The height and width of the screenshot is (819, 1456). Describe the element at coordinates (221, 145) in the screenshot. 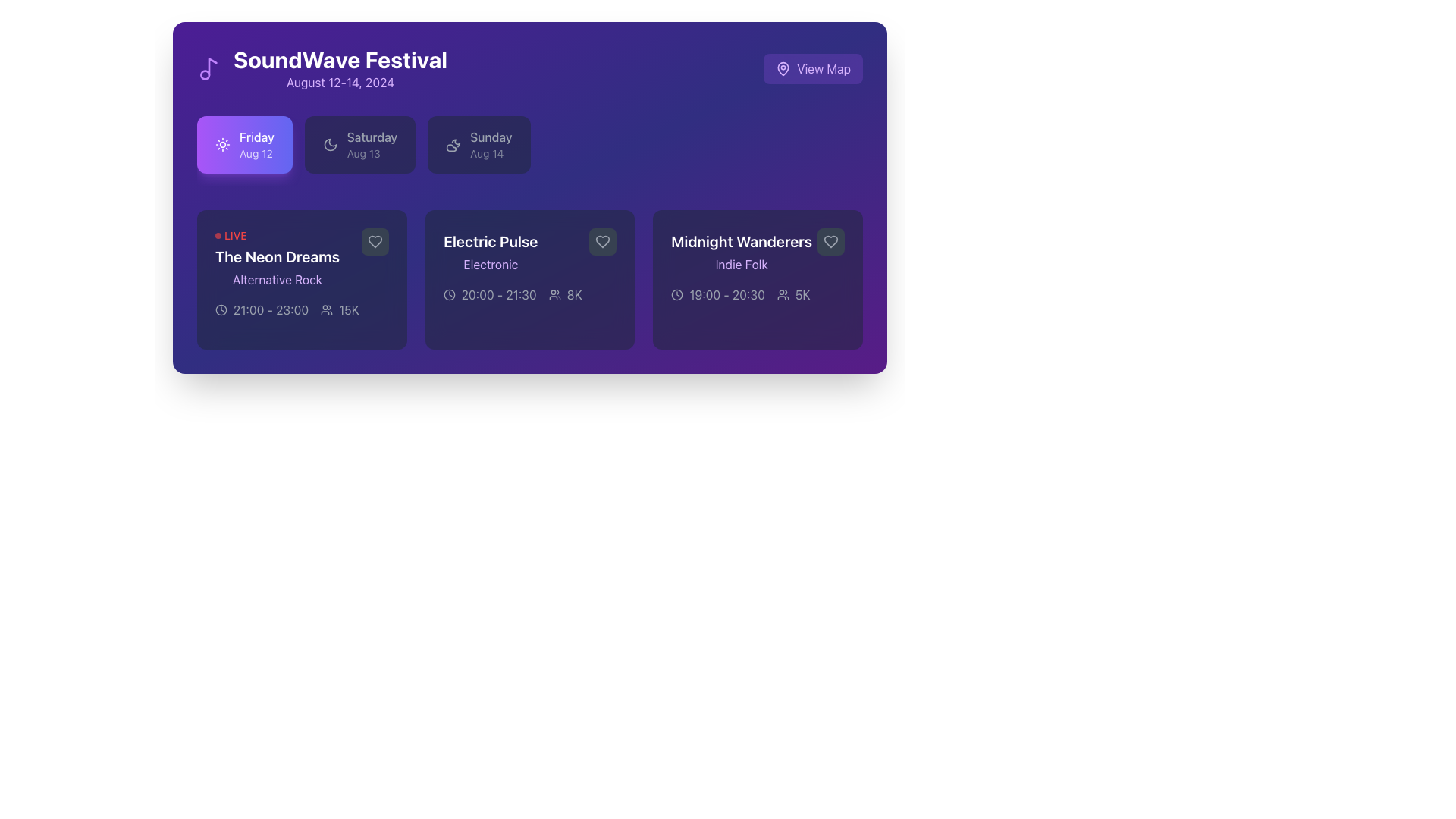

I see `the sunlight icon representing the date 'Friday Aug 12', which is located at the center of the corresponding button in the top-left quadrant of the interface` at that location.